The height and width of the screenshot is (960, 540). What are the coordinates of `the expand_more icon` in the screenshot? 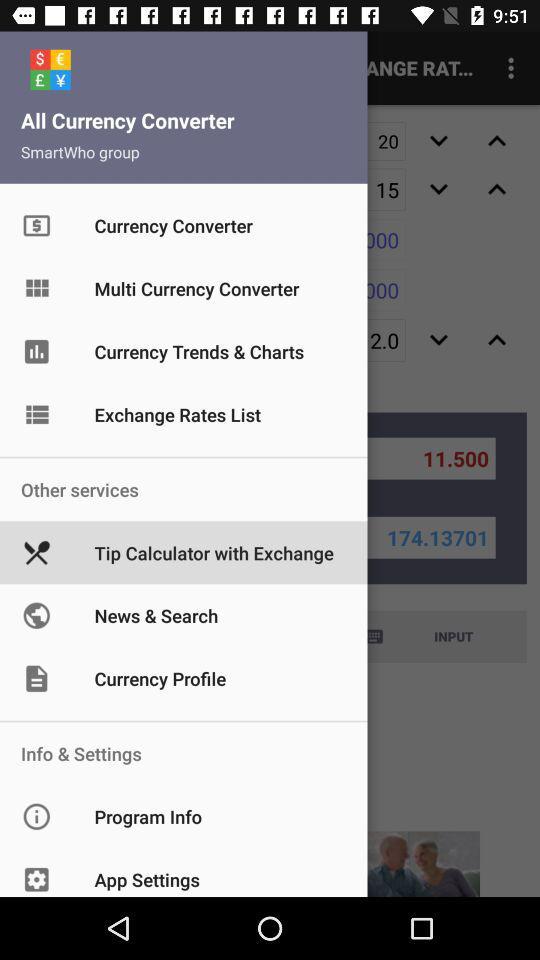 It's located at (437, 140).